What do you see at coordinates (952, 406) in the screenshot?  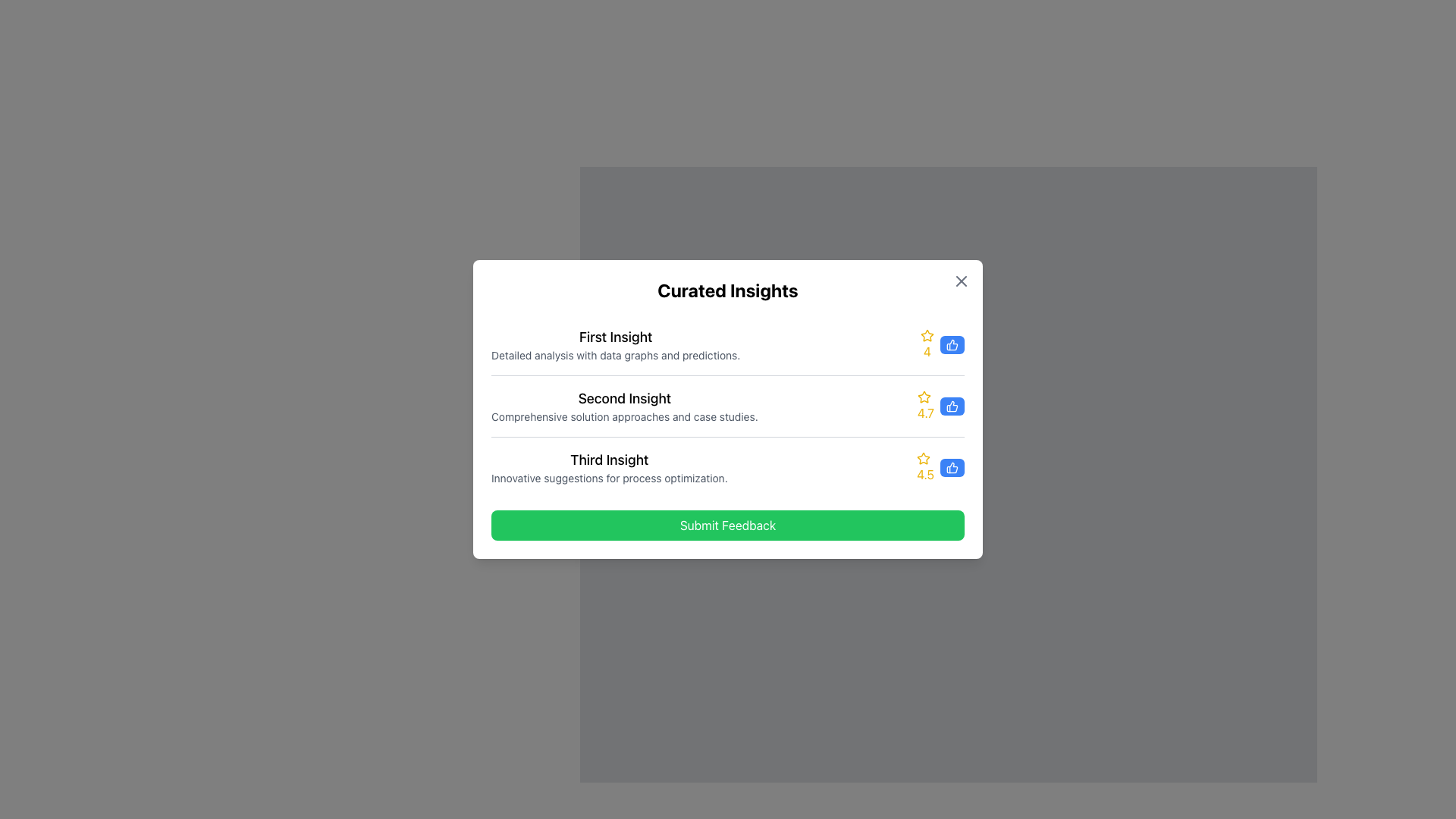 I see `the thumbs-up icon button with a blue background to register a positive vote` at bounding box center [952, 406].